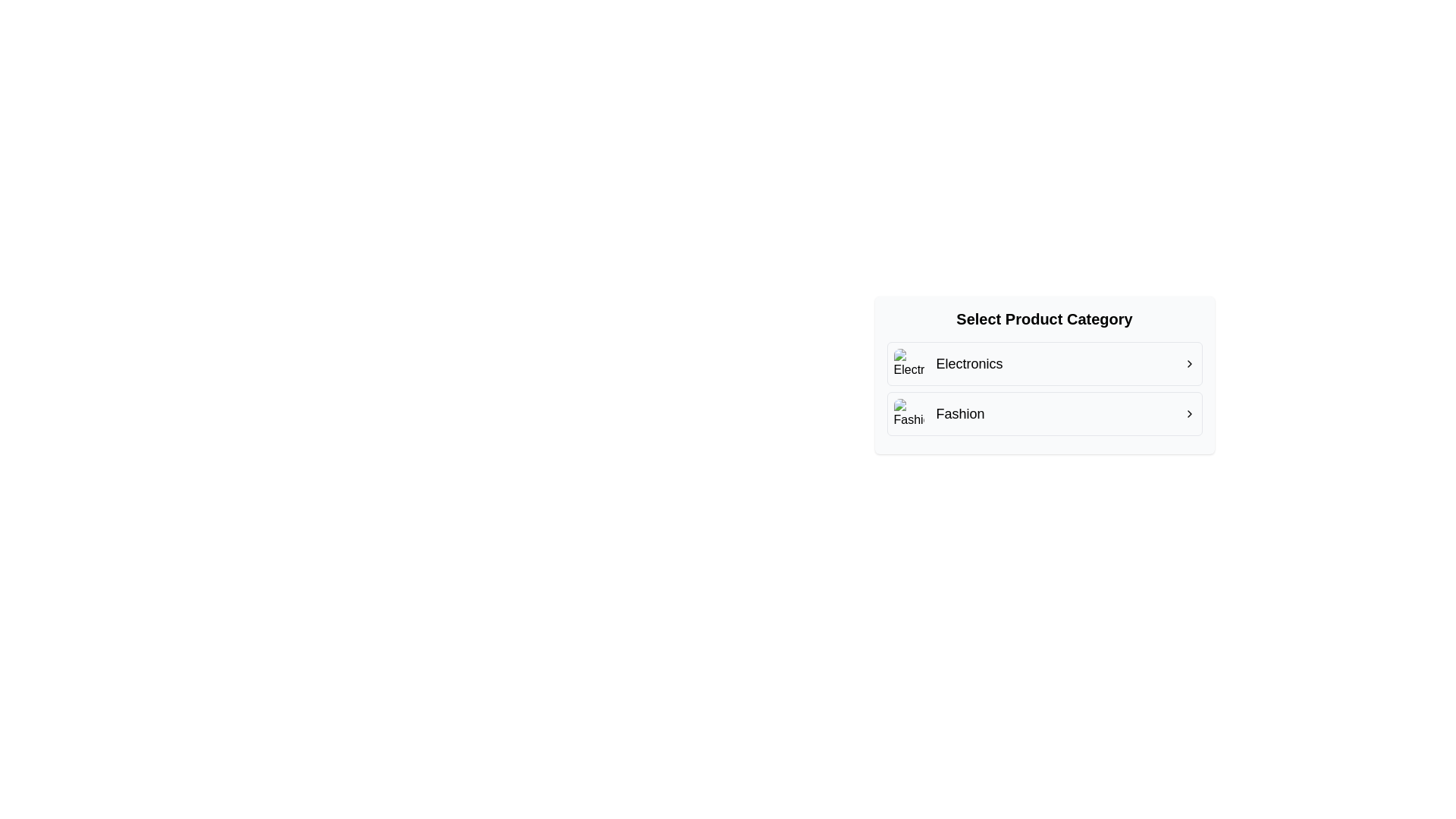  Describe the element at coordinates (908, 414) in the screenshot. I see `the small, rounded square image placeholder next to the 'Fashion' text in the category list under 'Select Product Category'` at that location.